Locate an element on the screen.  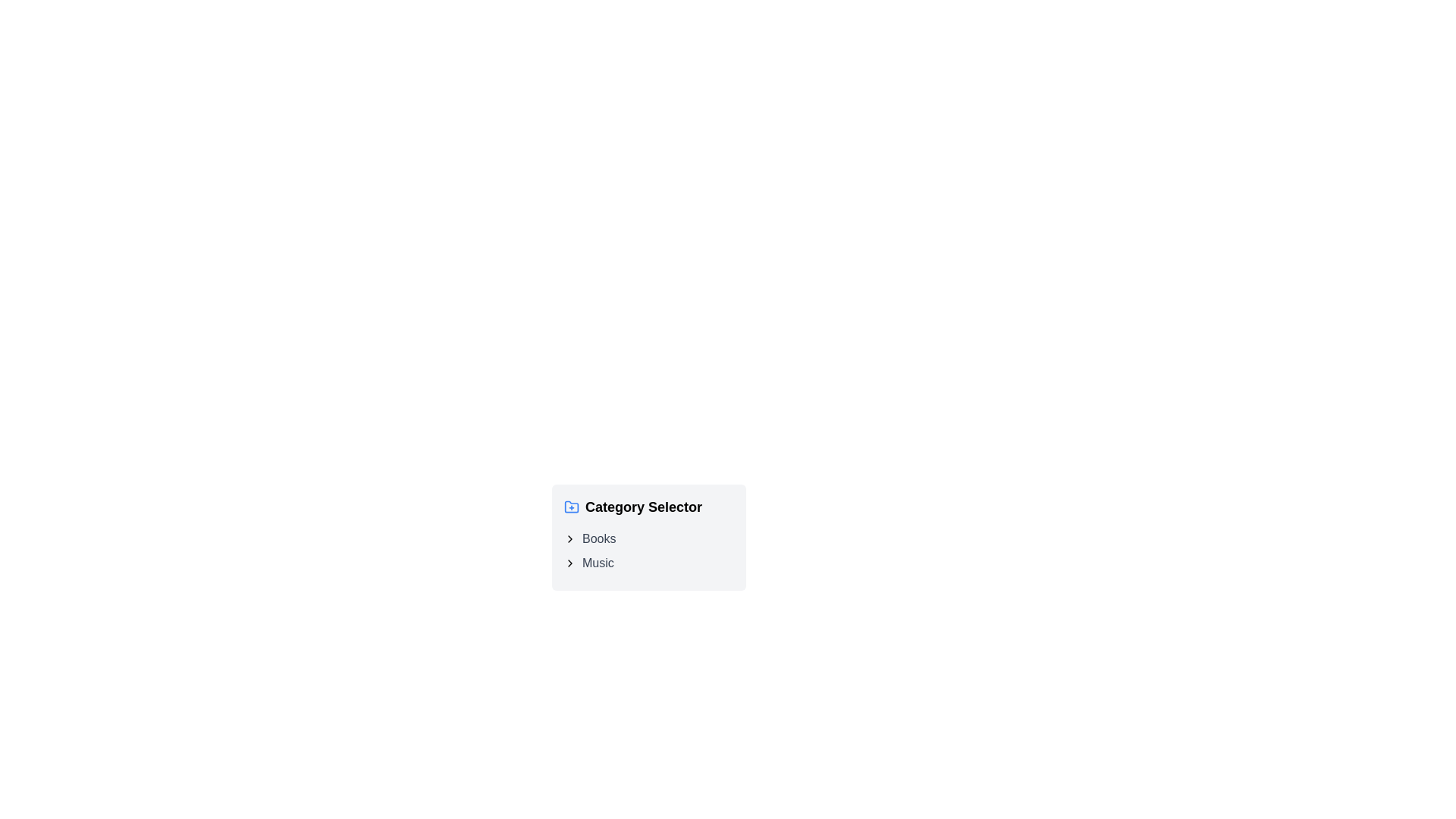
the navigation icon located to the left of the 'Music' text is located at coordinates (570, 563).